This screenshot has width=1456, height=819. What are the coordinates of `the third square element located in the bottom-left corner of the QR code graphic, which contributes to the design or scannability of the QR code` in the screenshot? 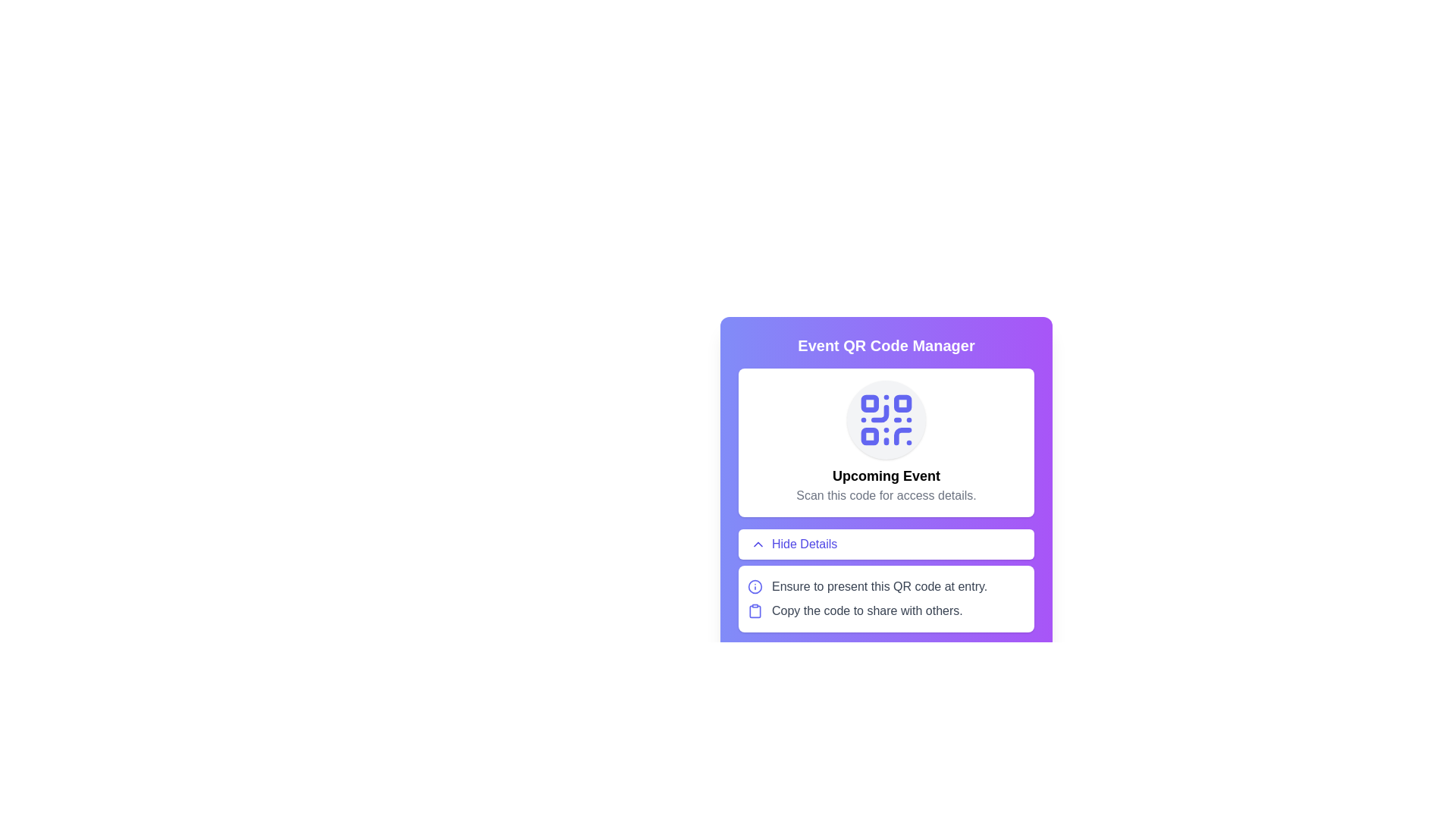 It's located at (870, 436).